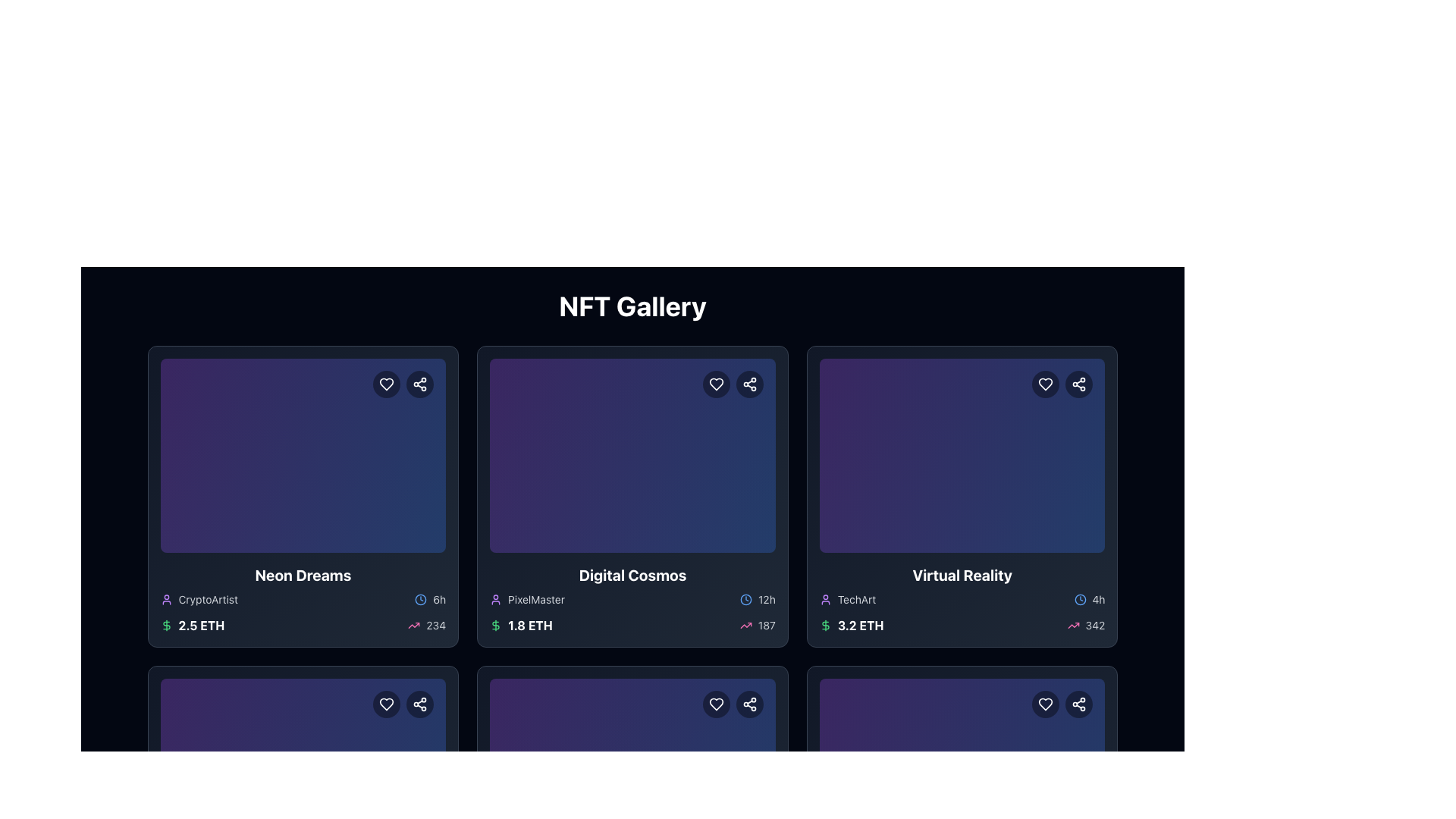 This screenshot has width=1456, height=819. I want to click on the 'Share' button located in the top-right corner of the card, so click(749, 704).